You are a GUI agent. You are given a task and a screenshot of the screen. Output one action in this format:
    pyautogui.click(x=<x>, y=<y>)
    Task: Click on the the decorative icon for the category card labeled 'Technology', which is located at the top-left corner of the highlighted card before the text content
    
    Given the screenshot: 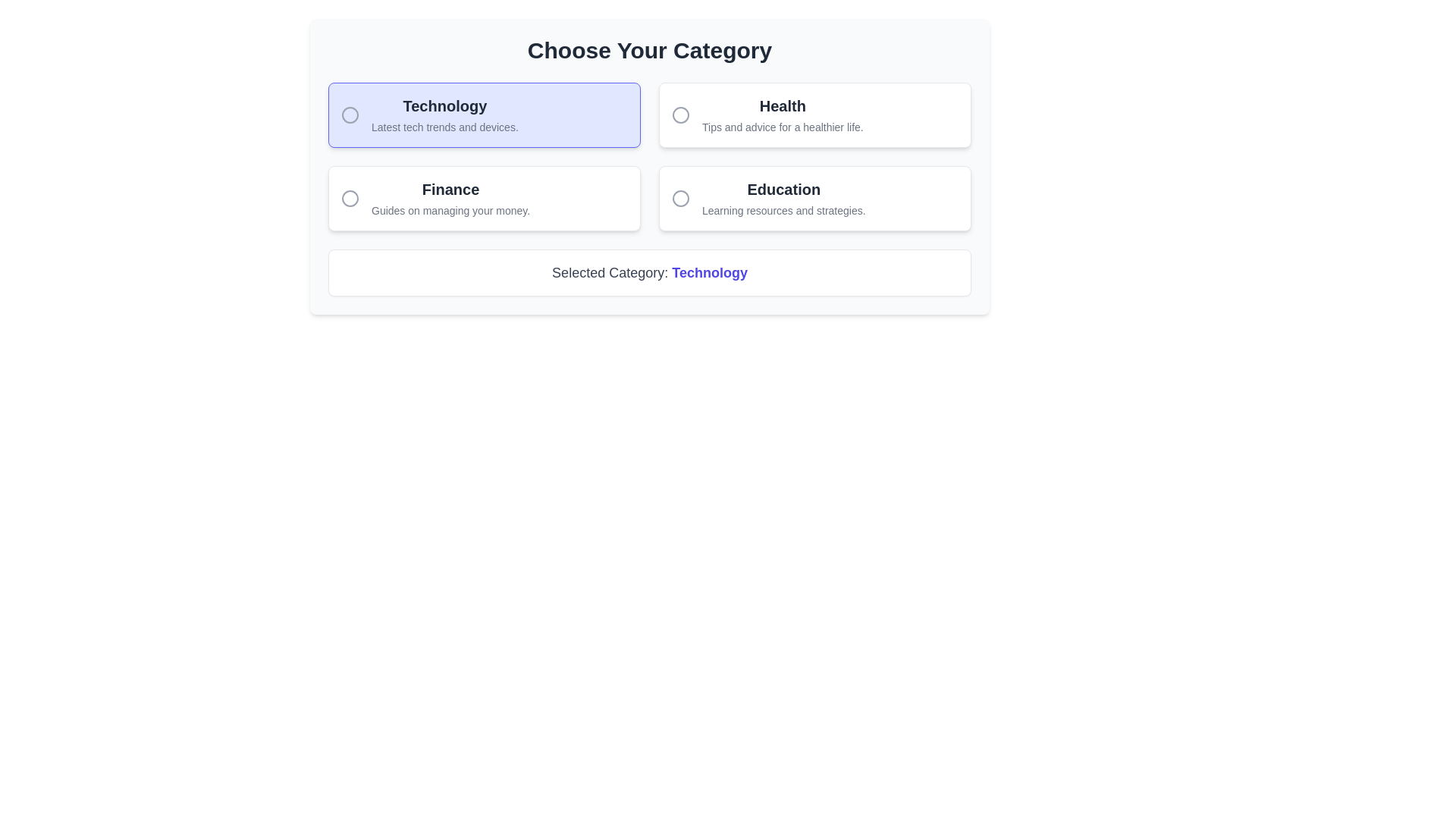 What is the action you would take?
    pyautogui.click(x=349, y=114)
    